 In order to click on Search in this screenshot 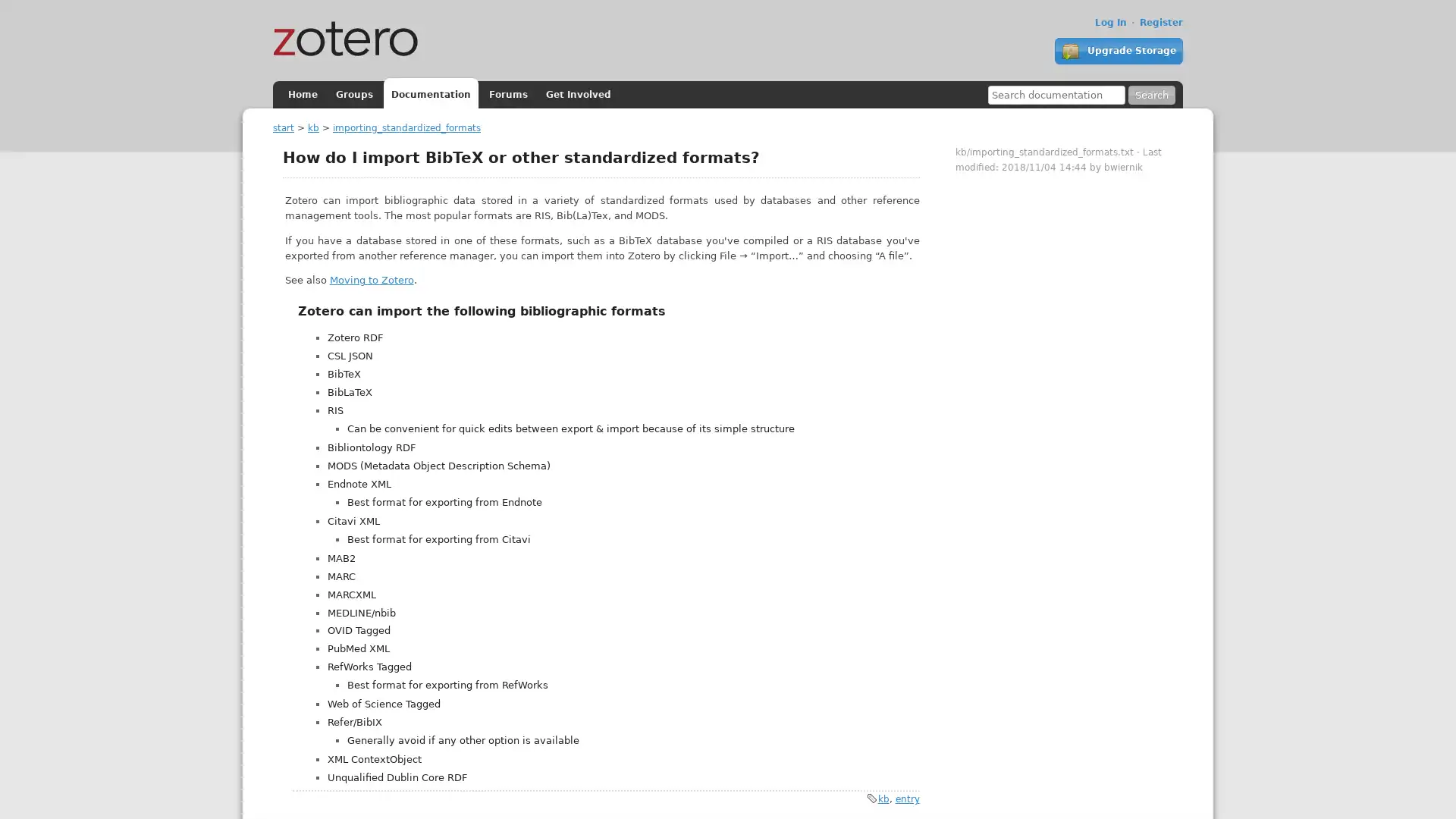, I will do `click(1151, 95)`.